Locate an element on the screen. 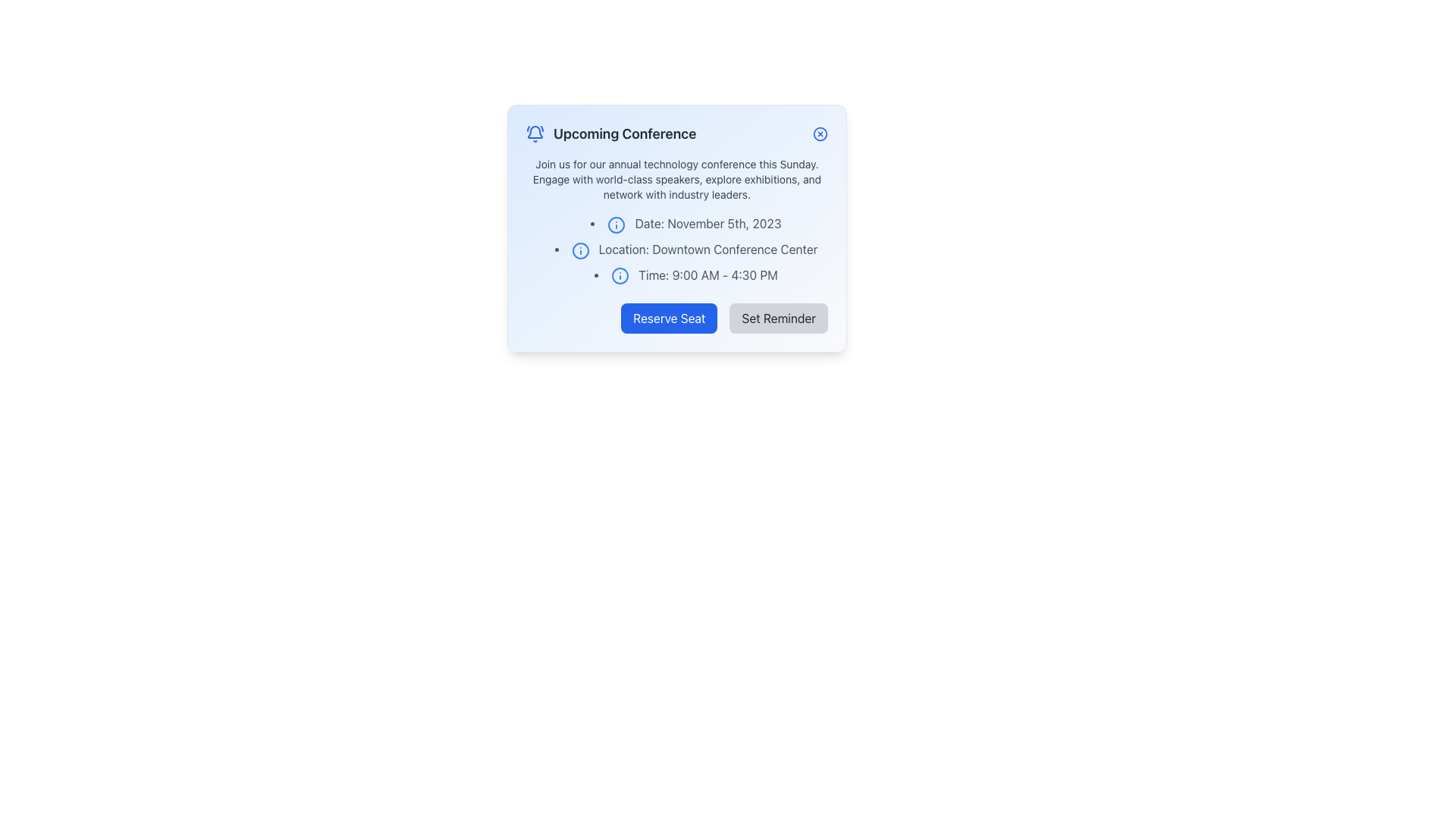  the text label 'Upcoming Conference', which is a bold, larger text block aligned to the left and positioned to the right of a blue bell icon is located at coordinates (625, 133).